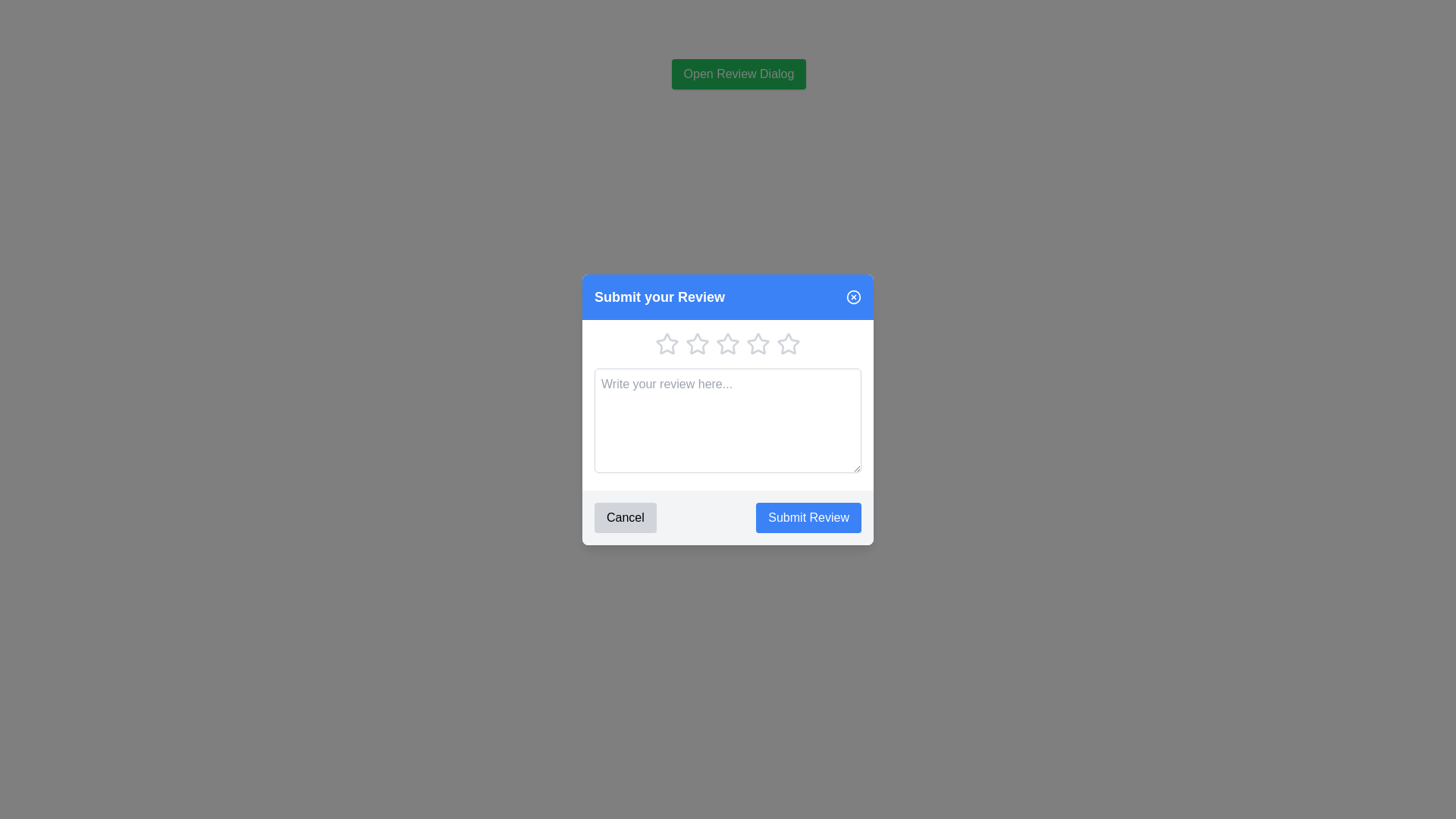  I want to click on the first rating star button in the review dialog to set a rating of one star, so click(667, 343).